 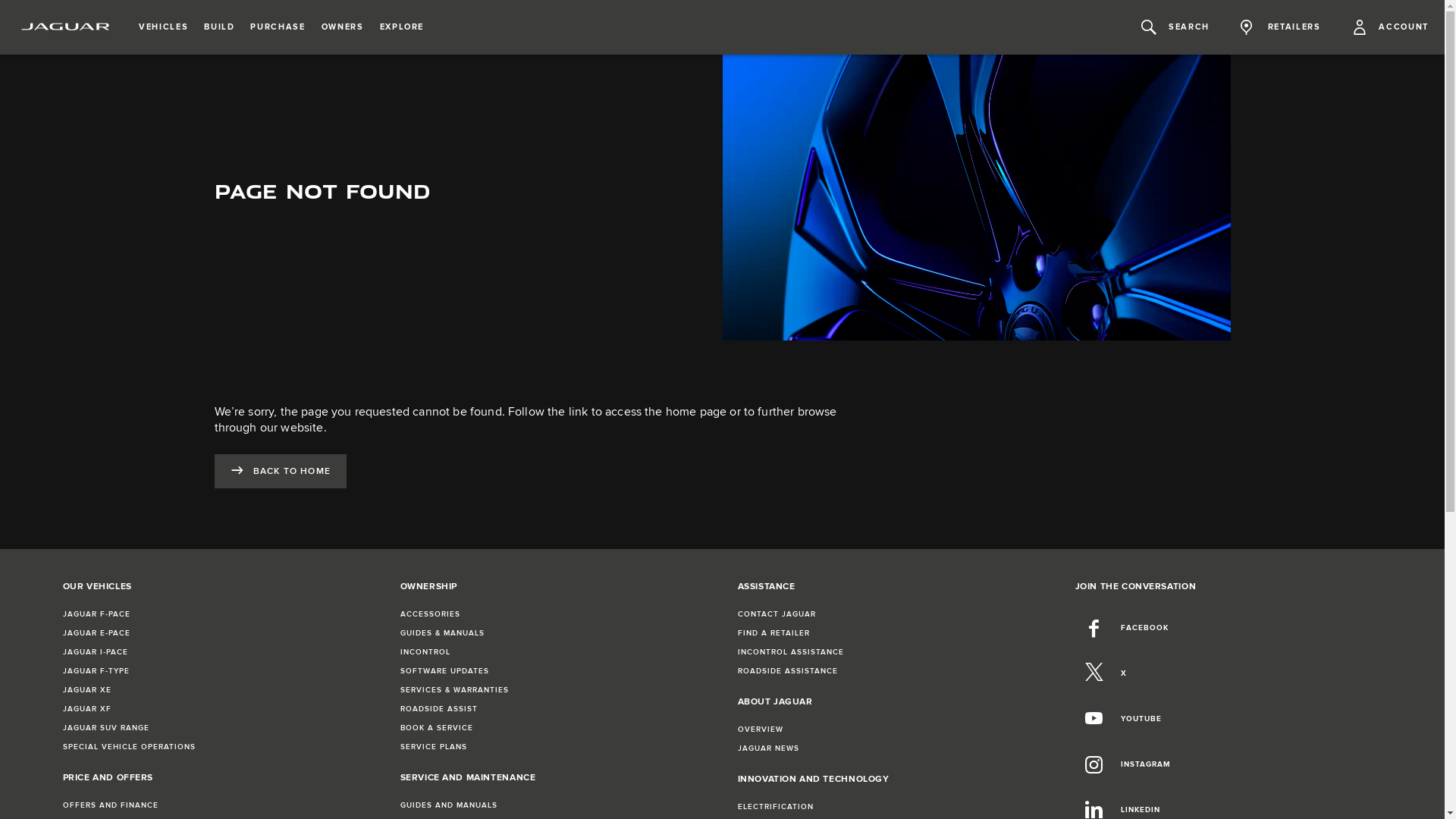 I want to click on 'GUIDES AND MANUALS', so click(x=400, y=804).